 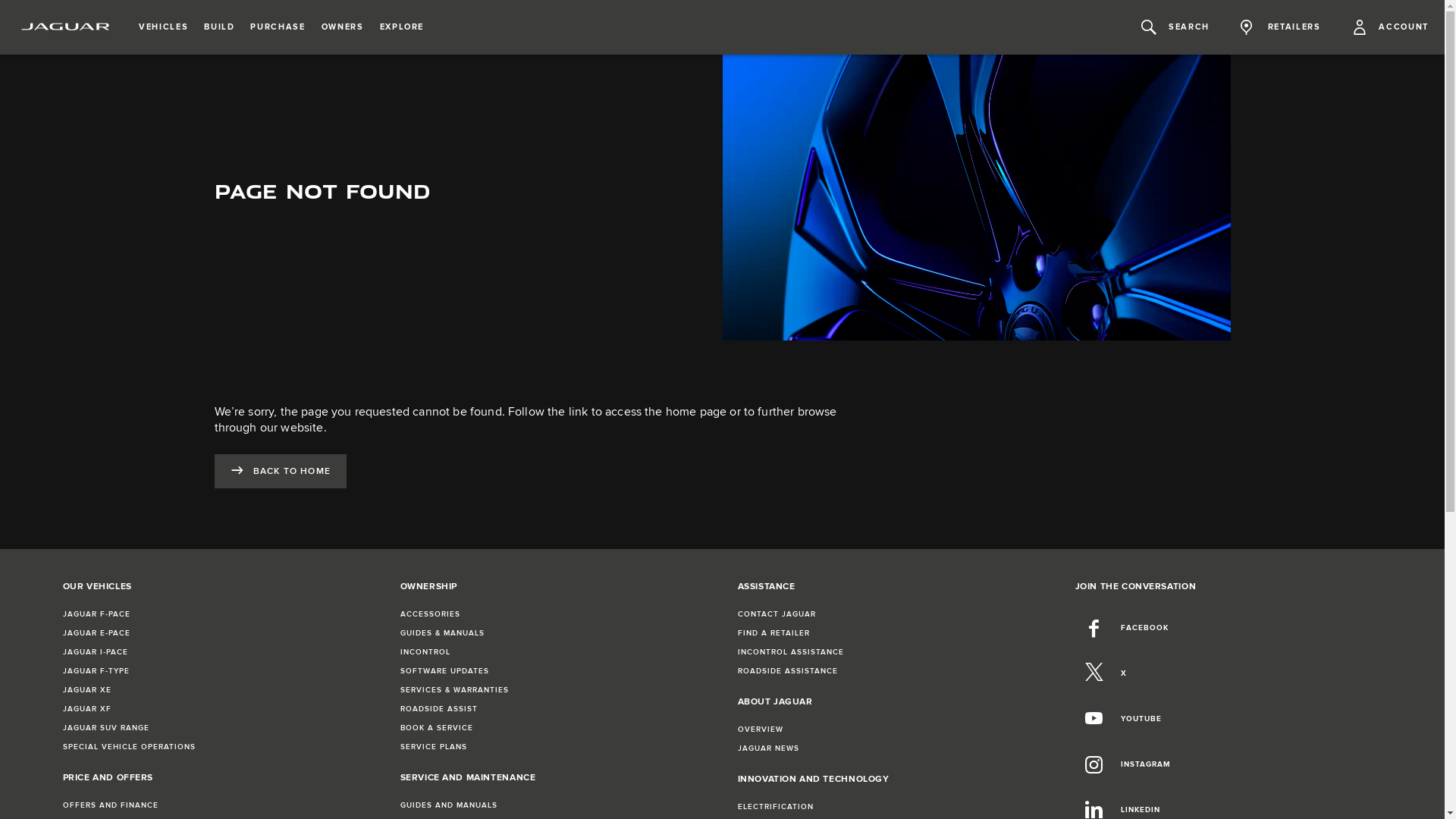 I want to click on 'GUIDES AND MANUALS', so click(x=400, y=804).